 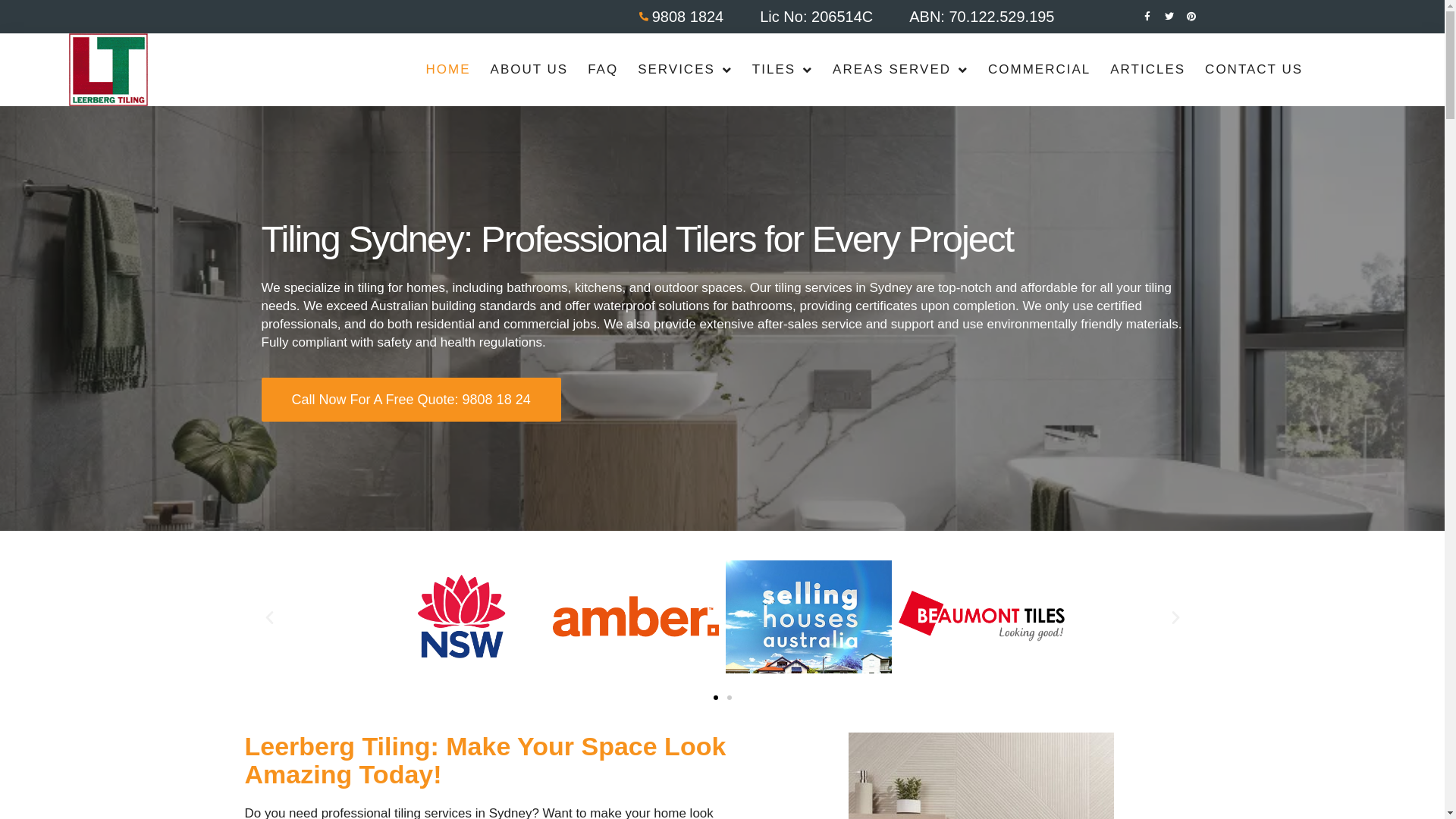 I want to click on 'Call Now For A Free Quote: 9808 18 24', so click(x=410, y=399).